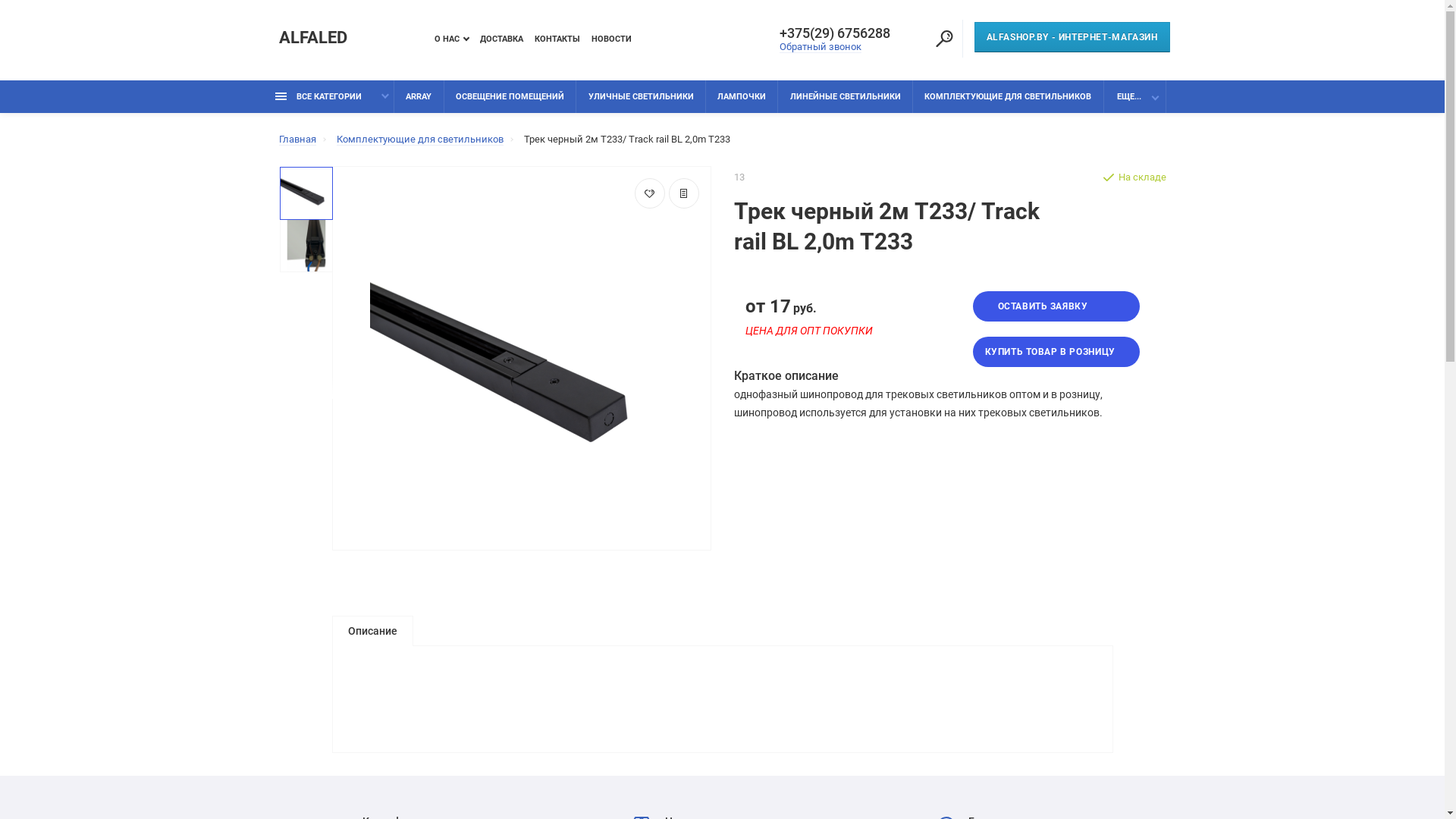 Image resolution: width=1456 pixels, height=819 pixels. I want to click on 'ARRAY', so click(394, 96).